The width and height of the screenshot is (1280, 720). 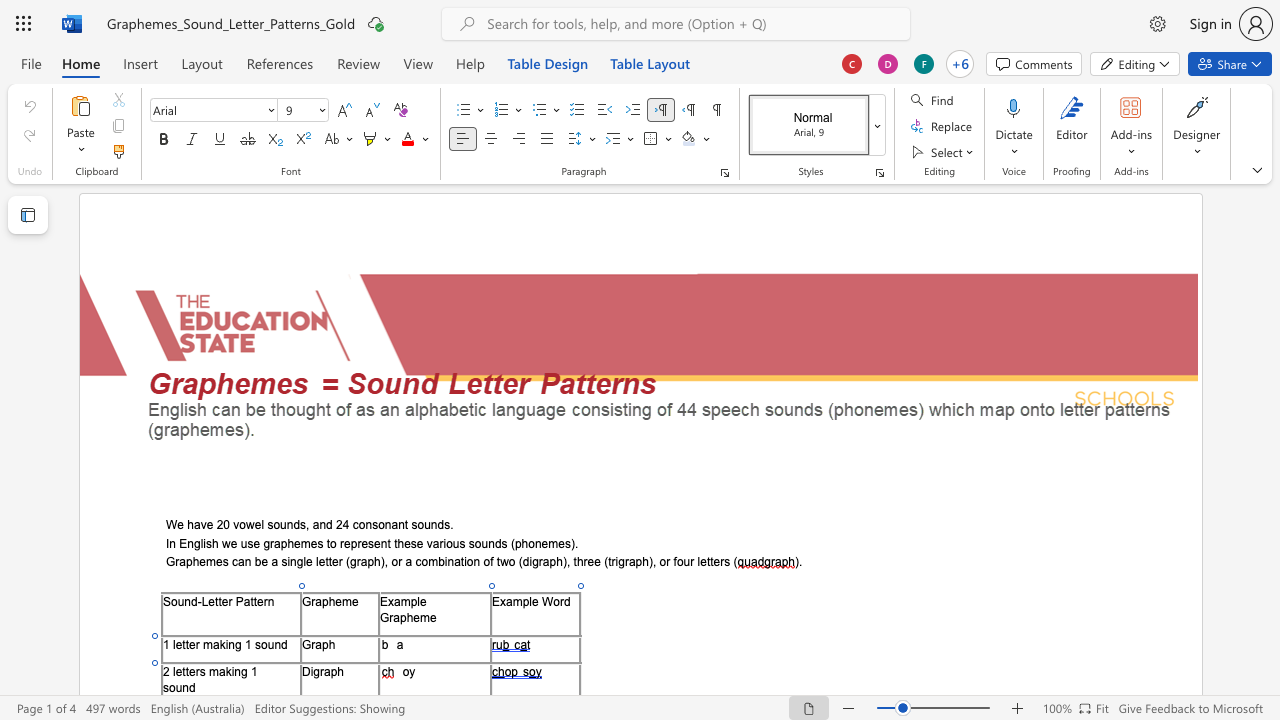 What do you see at coordinates (330, 671) in the screenshot?
I see `the space between the continuous character "a" and "p" in the text` at bounding box center [330, 671].